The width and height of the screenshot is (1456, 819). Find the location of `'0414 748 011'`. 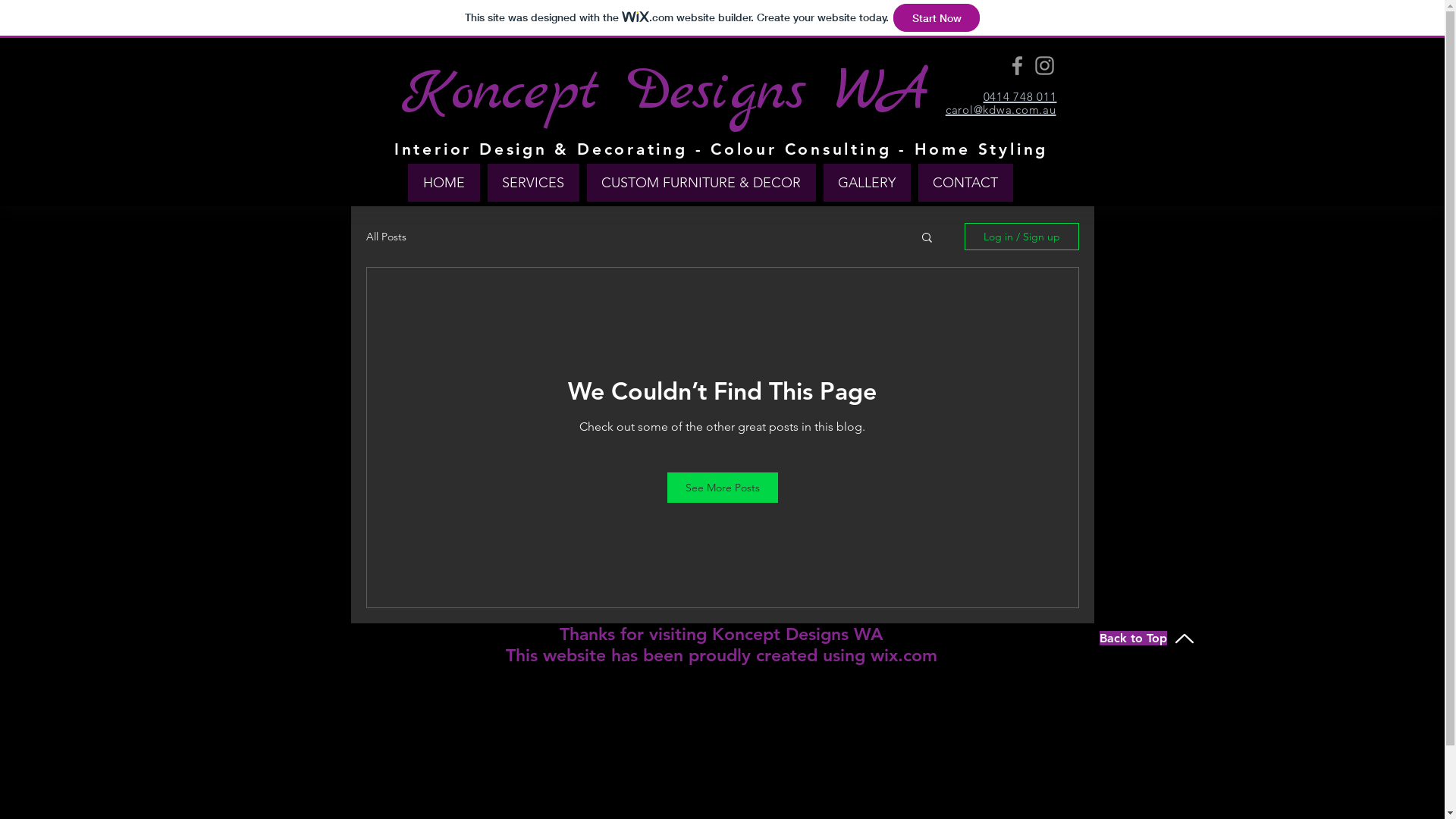

'0414 748 011' is located at coordinates (983, 96).